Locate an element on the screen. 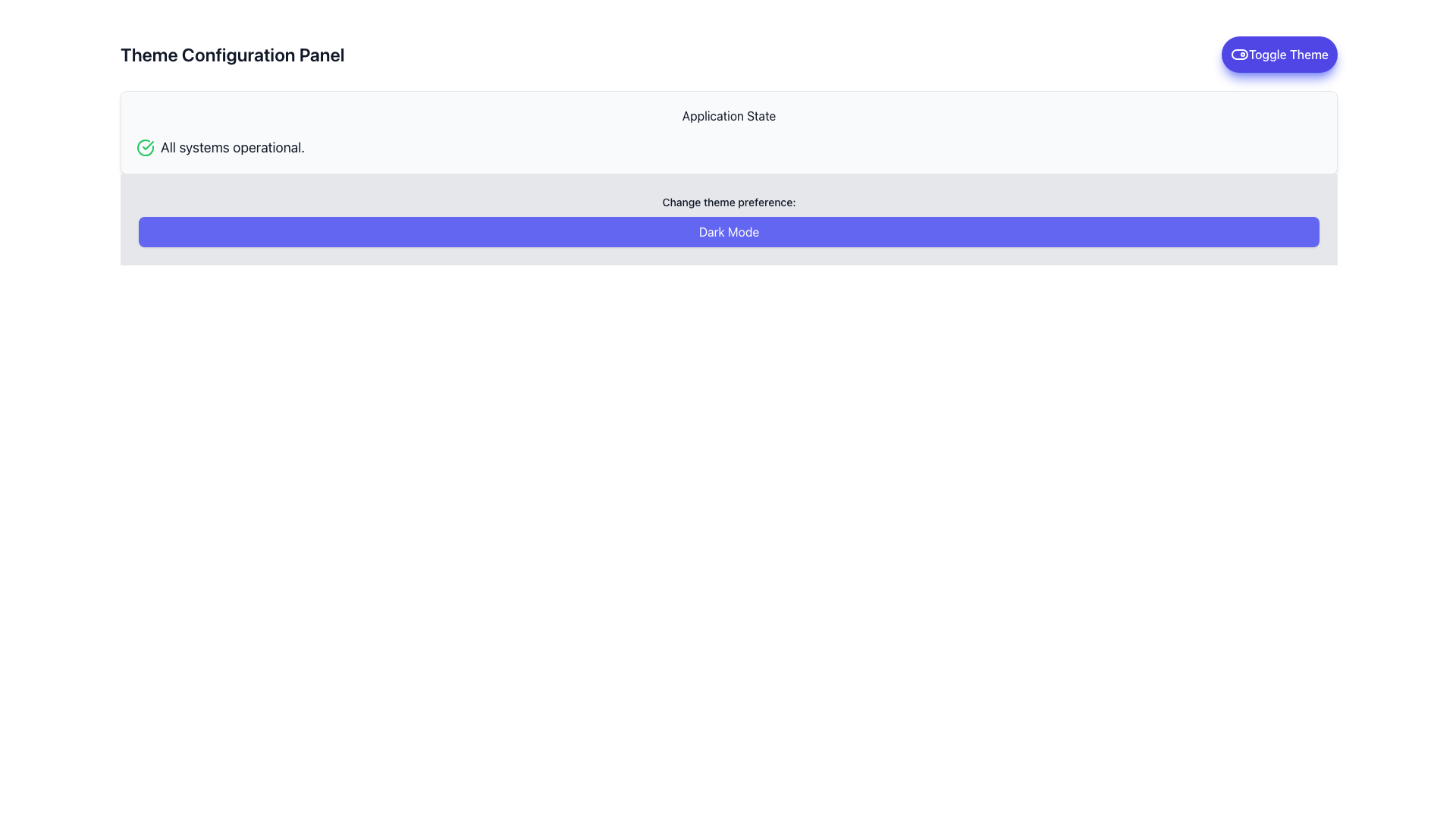  the 'Dark Mode' button, which is a rectangular button with white text on a deep indigo background, located below 'Change theme preference:' and horizontally centered is located at coordinates (729, 231).